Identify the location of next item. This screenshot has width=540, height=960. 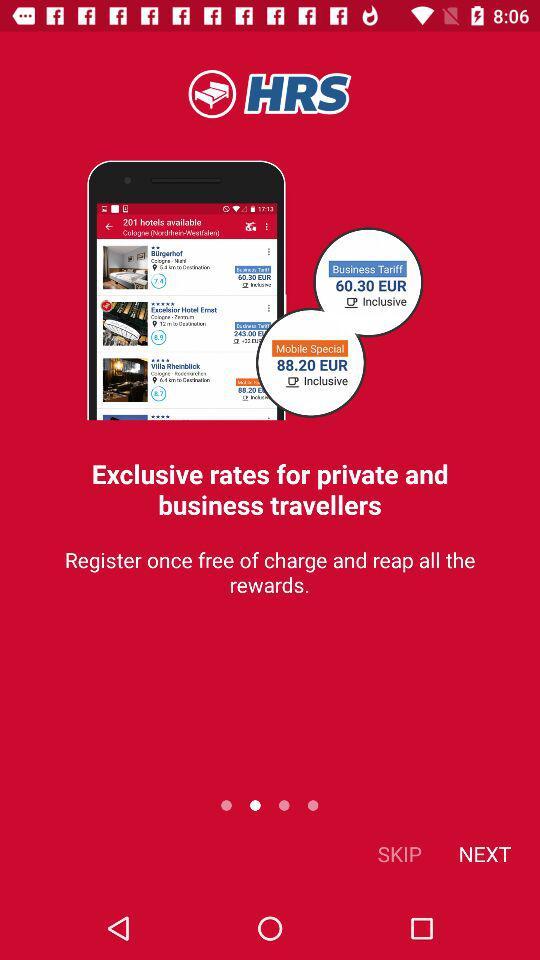
(483, 852).